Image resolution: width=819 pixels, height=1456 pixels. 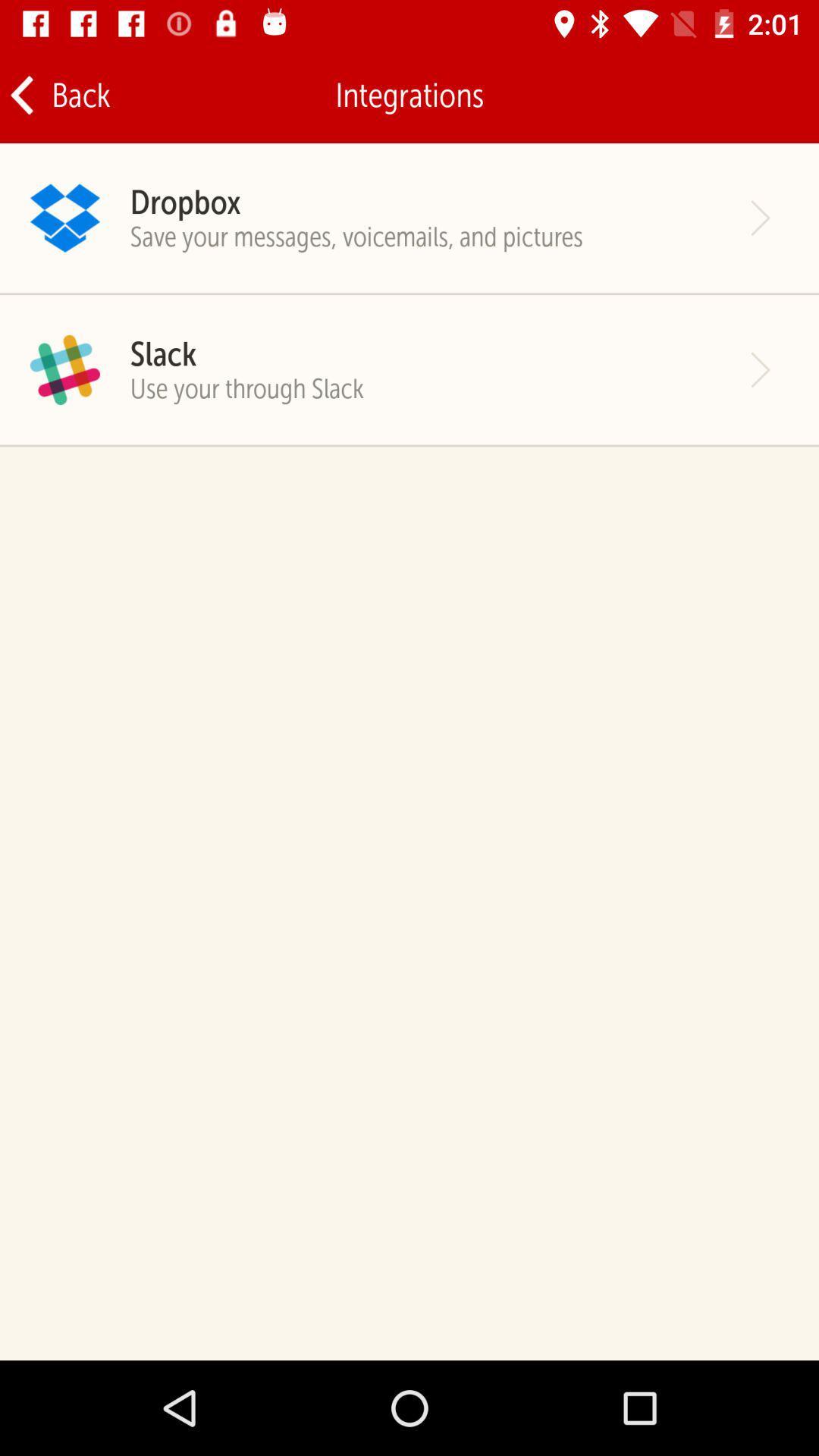 What do you see at coordinates (184, 201) in the screenshot?
I see `the dropbox` at bounding box center [184, 201].